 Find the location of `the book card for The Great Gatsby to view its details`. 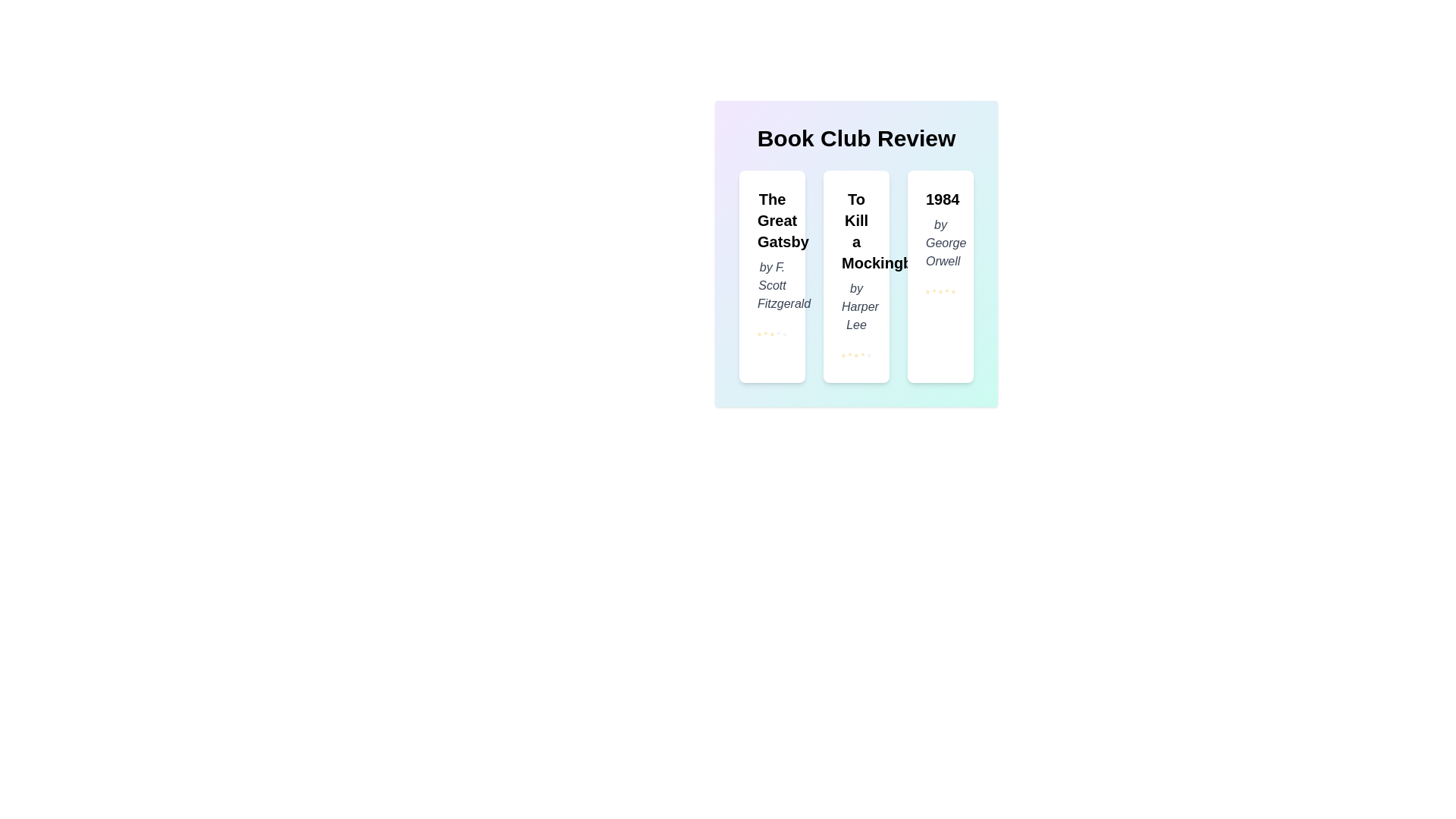

the book card for The Great Gatsby to view its details is located at coordinates (772, 277).